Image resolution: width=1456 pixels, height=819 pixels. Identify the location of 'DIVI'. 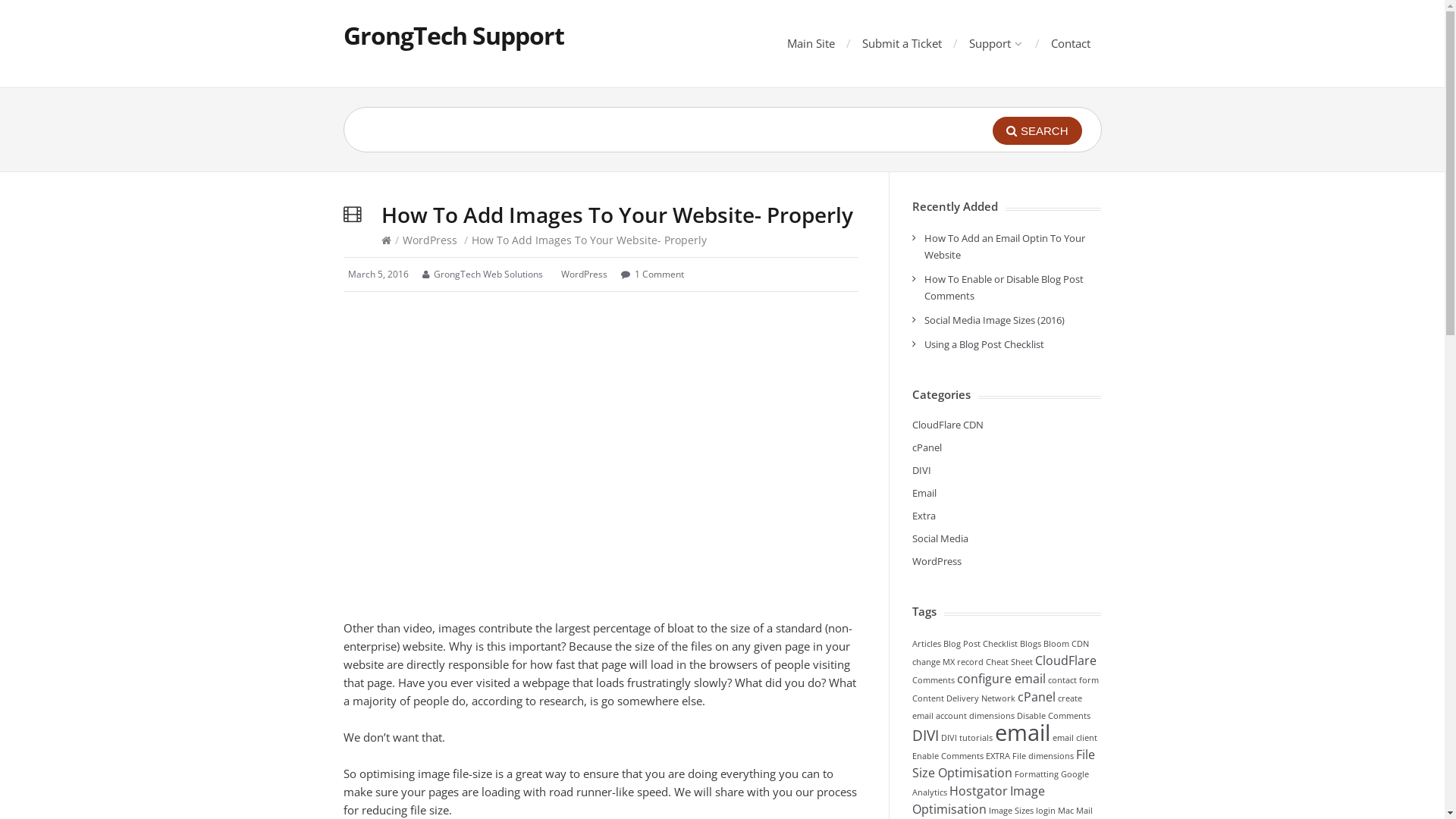
(910, 734).